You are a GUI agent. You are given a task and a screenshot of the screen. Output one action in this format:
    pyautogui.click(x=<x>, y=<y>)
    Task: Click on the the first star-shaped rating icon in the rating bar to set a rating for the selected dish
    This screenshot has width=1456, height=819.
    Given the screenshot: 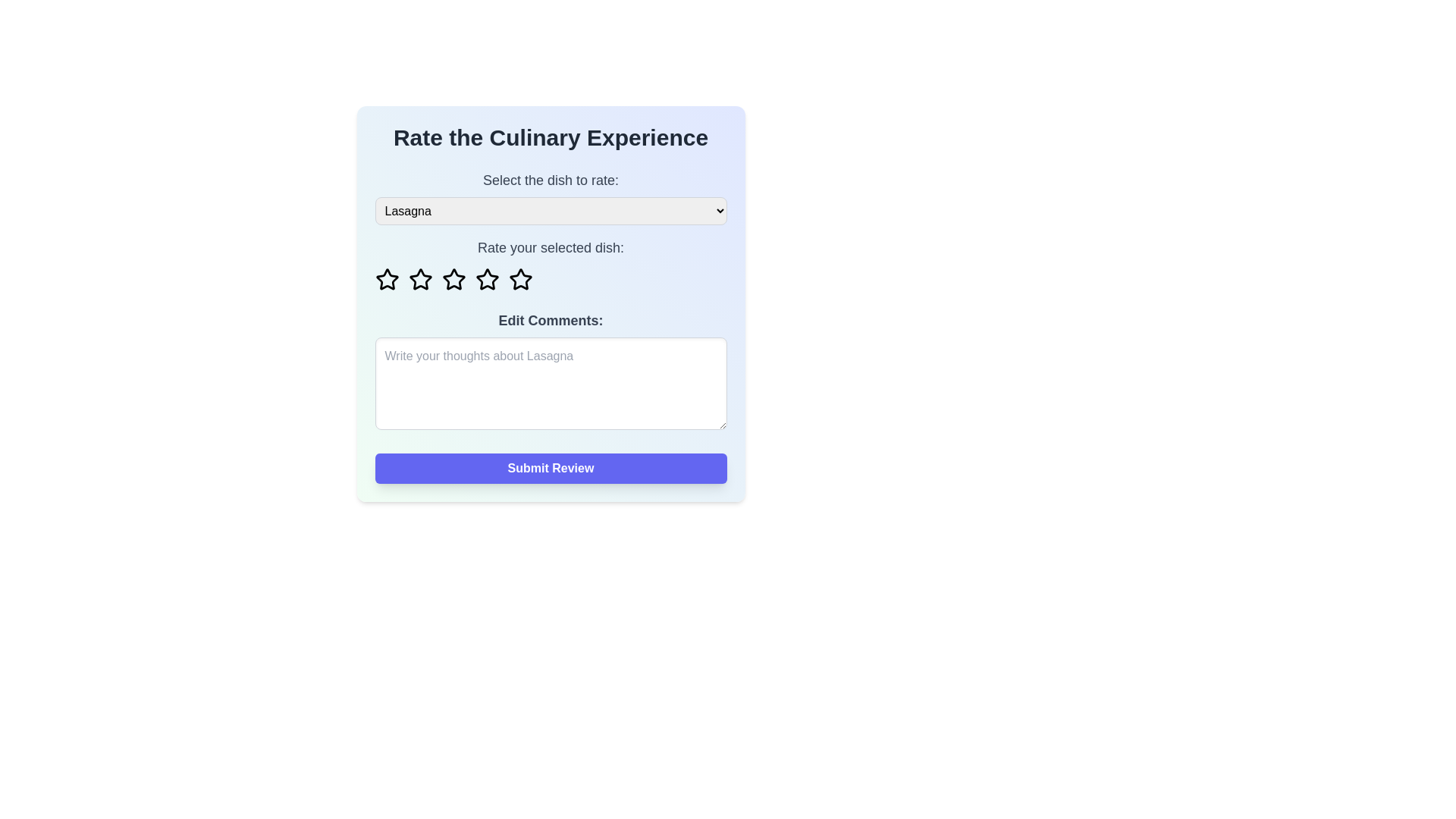 What is the action you would take?
    pyautogui.click(x=387, y=280)
    